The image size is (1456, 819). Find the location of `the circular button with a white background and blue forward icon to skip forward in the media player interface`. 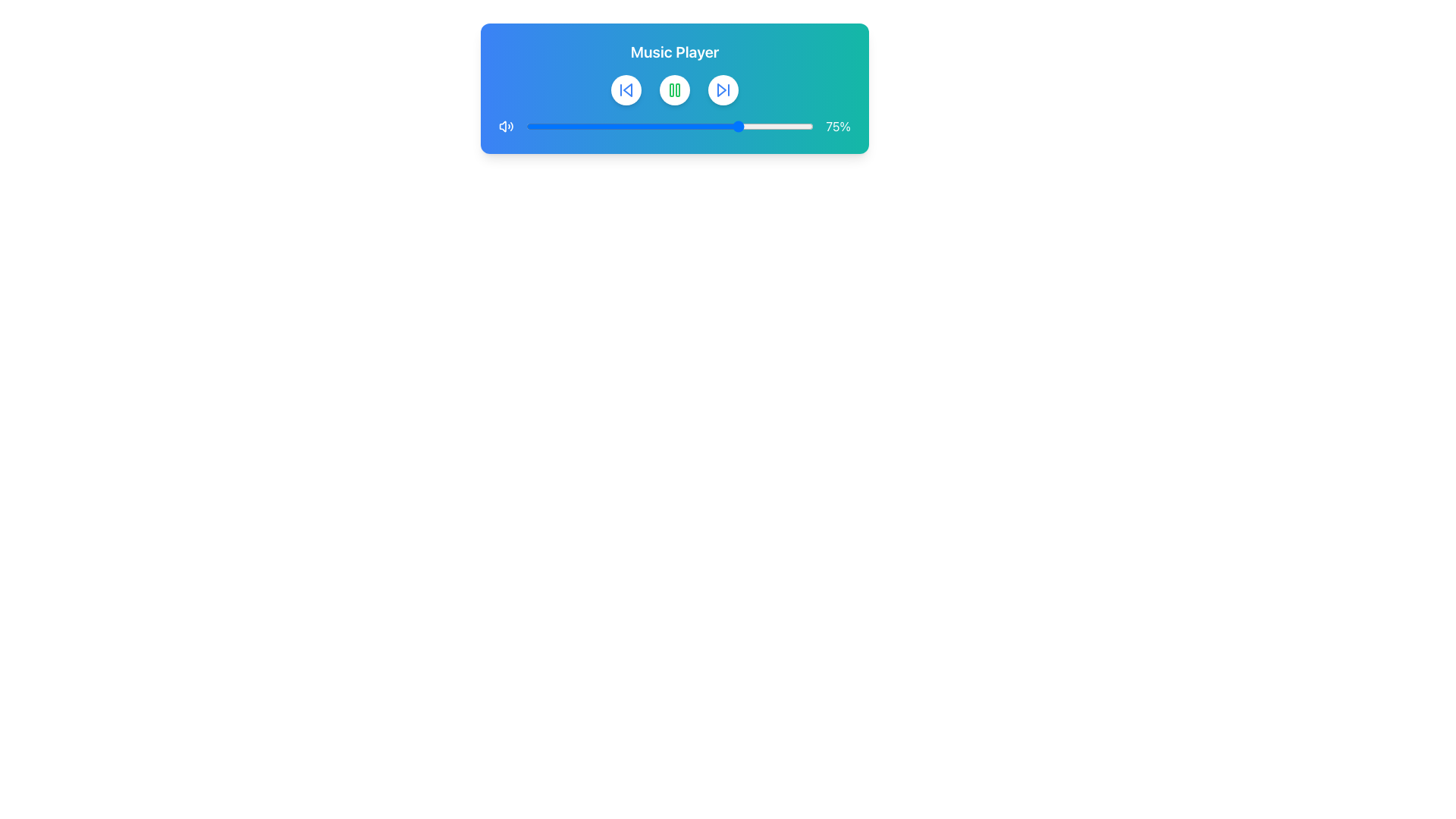

the circular button with a white background and blue forward icon to skip forward in the media player interface is located at coordinates (723, 90).